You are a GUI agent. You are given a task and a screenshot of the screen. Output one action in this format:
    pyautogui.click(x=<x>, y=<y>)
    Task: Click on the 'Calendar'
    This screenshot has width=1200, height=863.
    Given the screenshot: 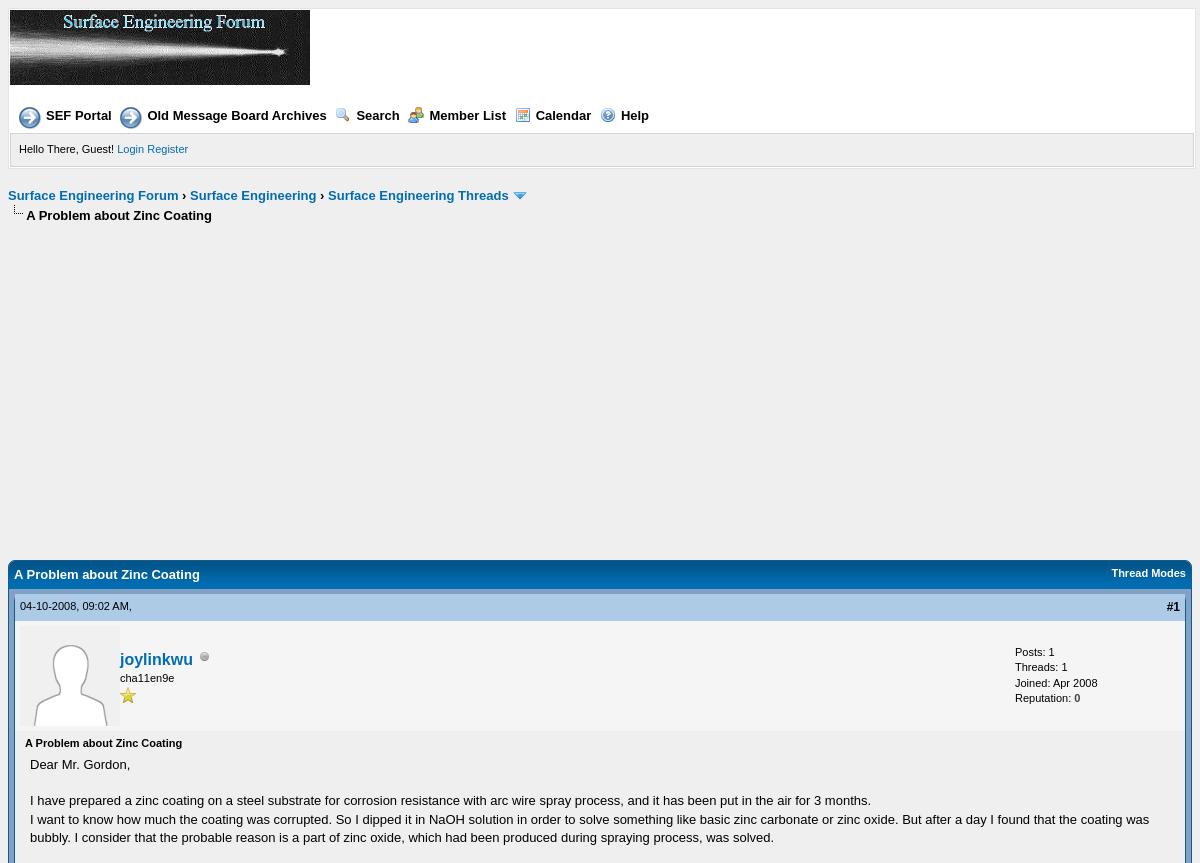 What is the action you would take?
    pyautogui.click(x=562, y=114)
    